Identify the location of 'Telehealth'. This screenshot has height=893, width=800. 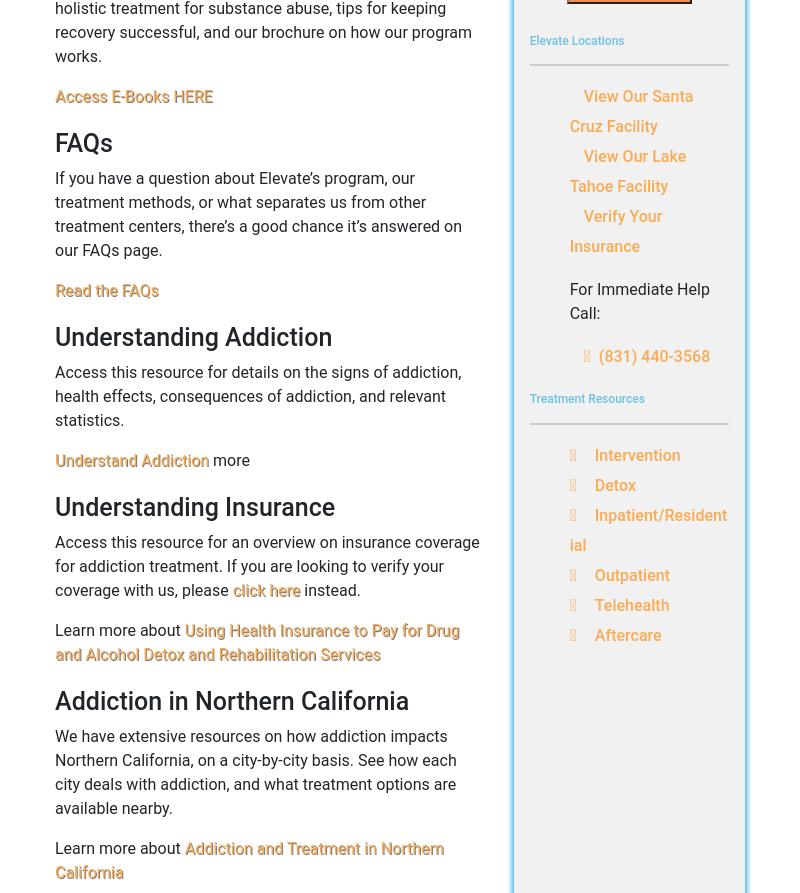
(631, 604).